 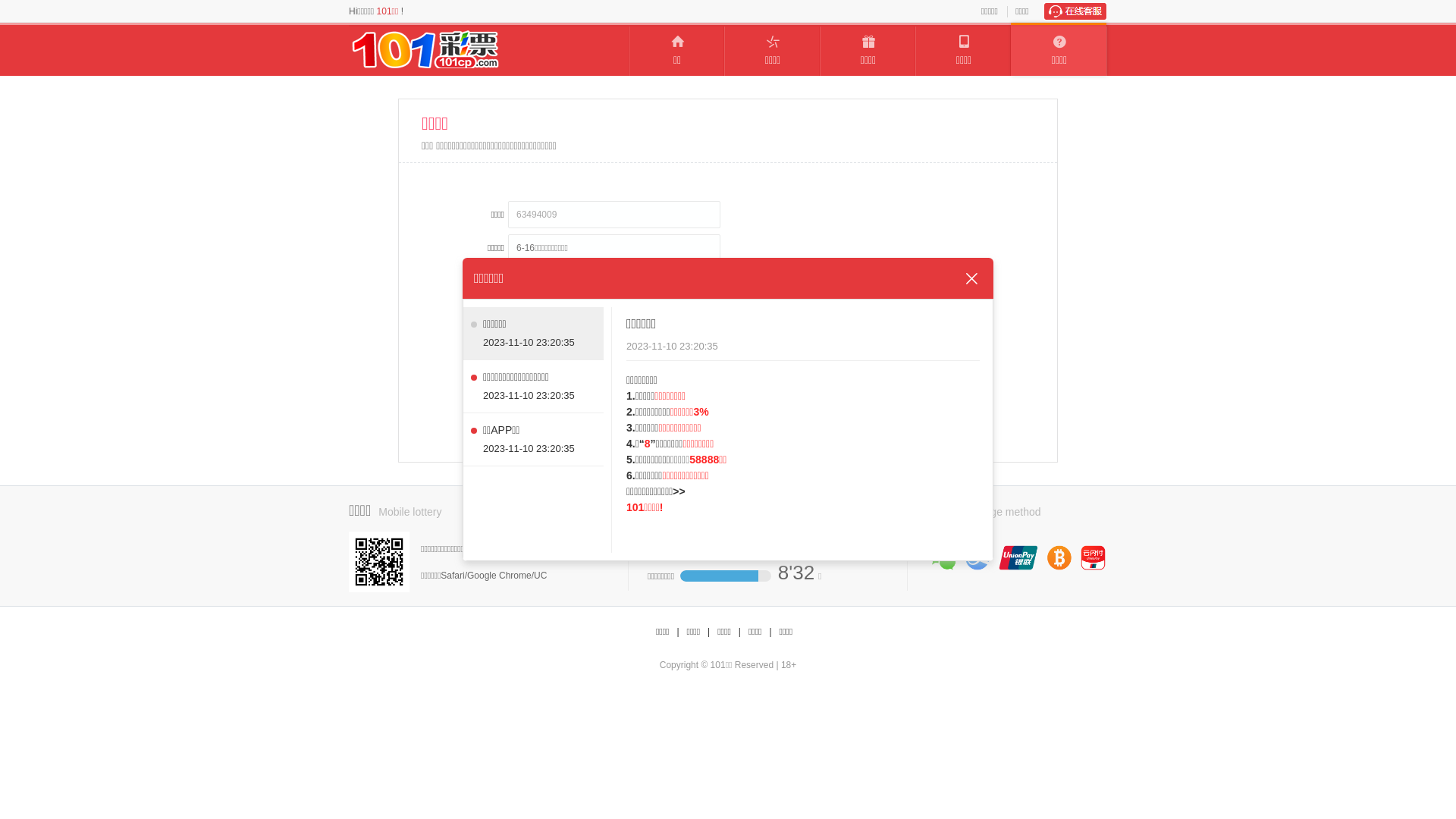 I want to click on '|', so click(x=676, y=632).